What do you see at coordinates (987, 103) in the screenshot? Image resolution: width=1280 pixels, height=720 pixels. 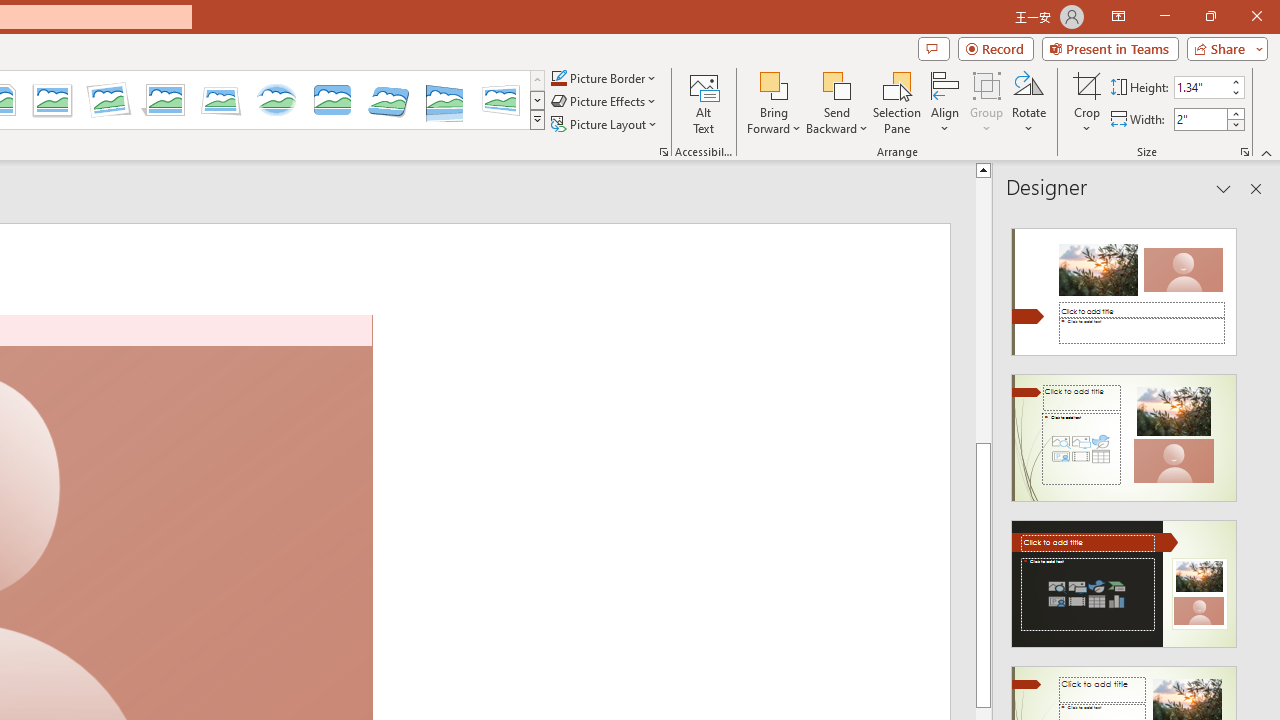 I see `'Group'` at bounding box center [987, 103].